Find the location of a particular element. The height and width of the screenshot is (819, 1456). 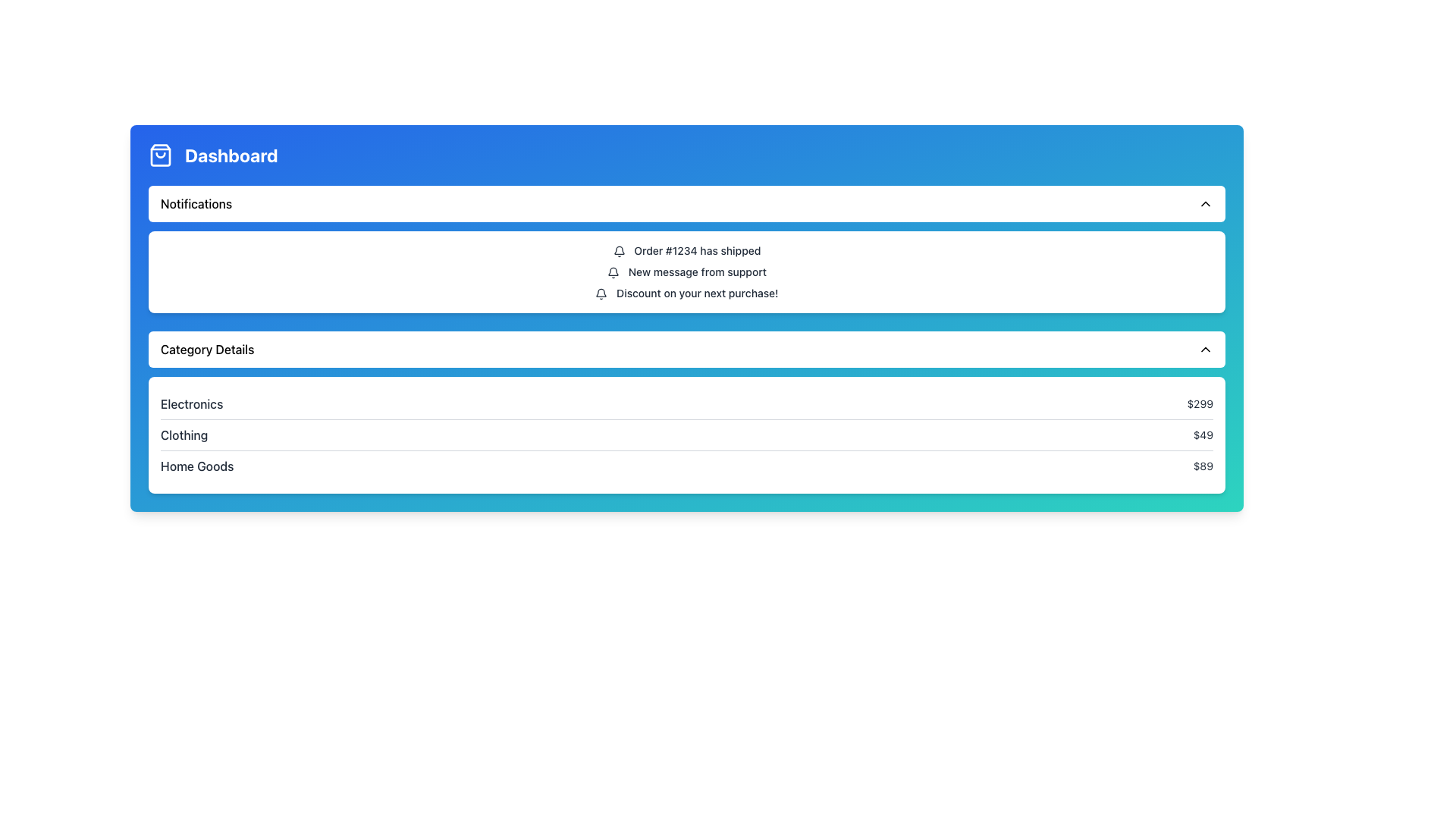

the shopping bag icon located to the left of the 'Dashboard' text in the header section is located at coordinates (160, 155).